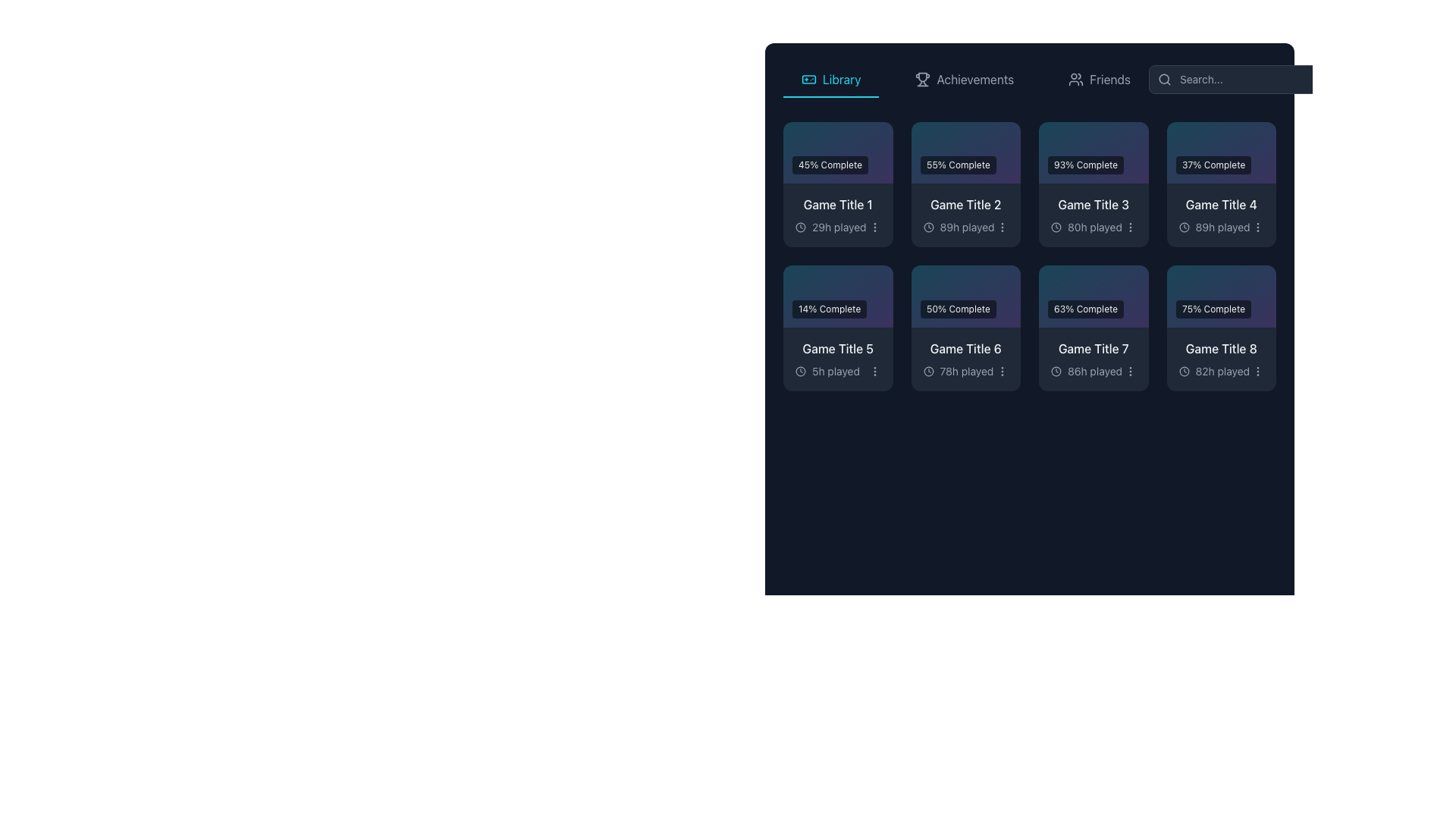  What do you see at coordinates (957, 308) in the screenshot?
I see `the text label displaying '50% Complete' located at the bottom-left corner of the sixth card in the library section interface` at bounding box center [957, 308].